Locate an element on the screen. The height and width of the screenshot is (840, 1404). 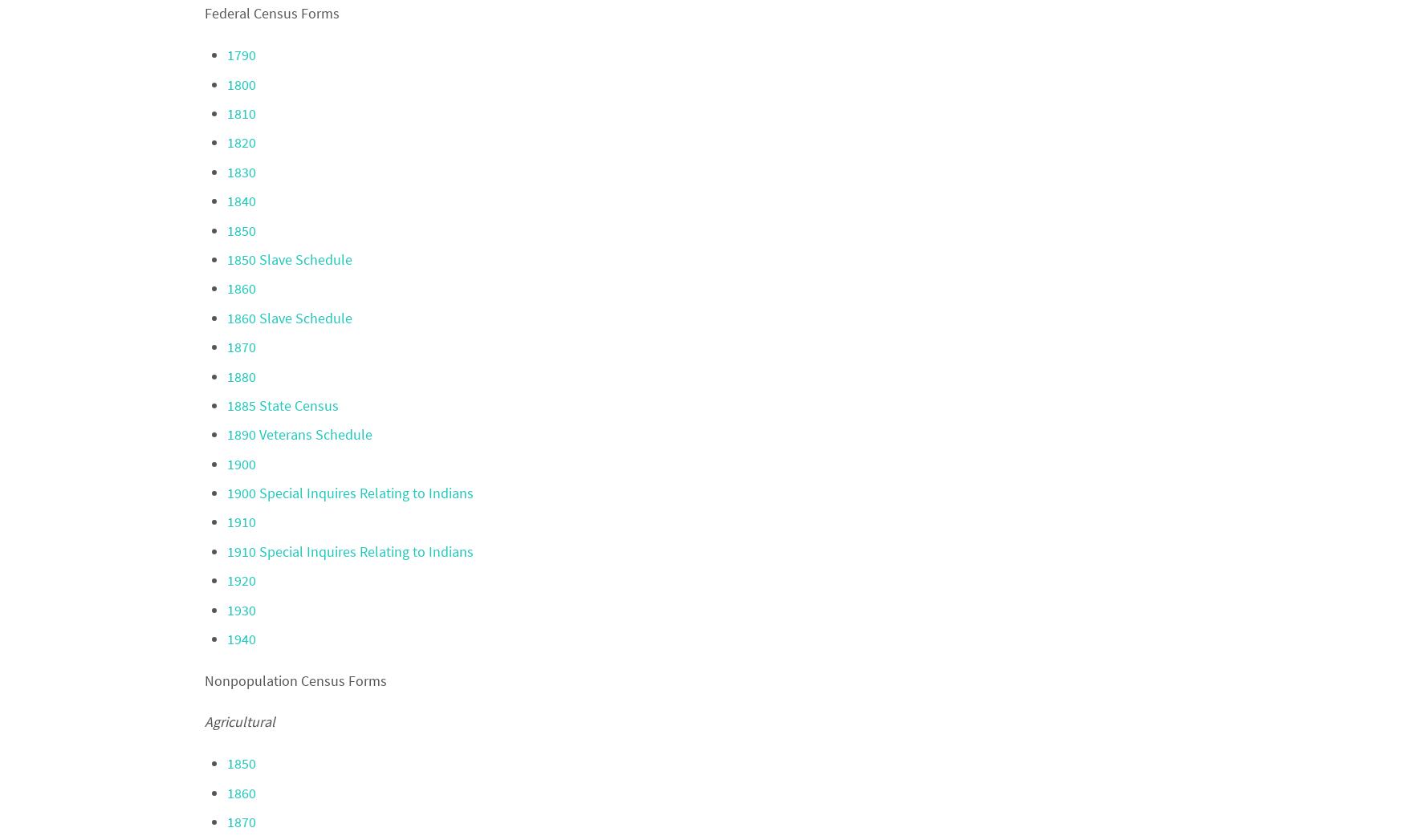
'1840' is located at coordinates (241, 201).